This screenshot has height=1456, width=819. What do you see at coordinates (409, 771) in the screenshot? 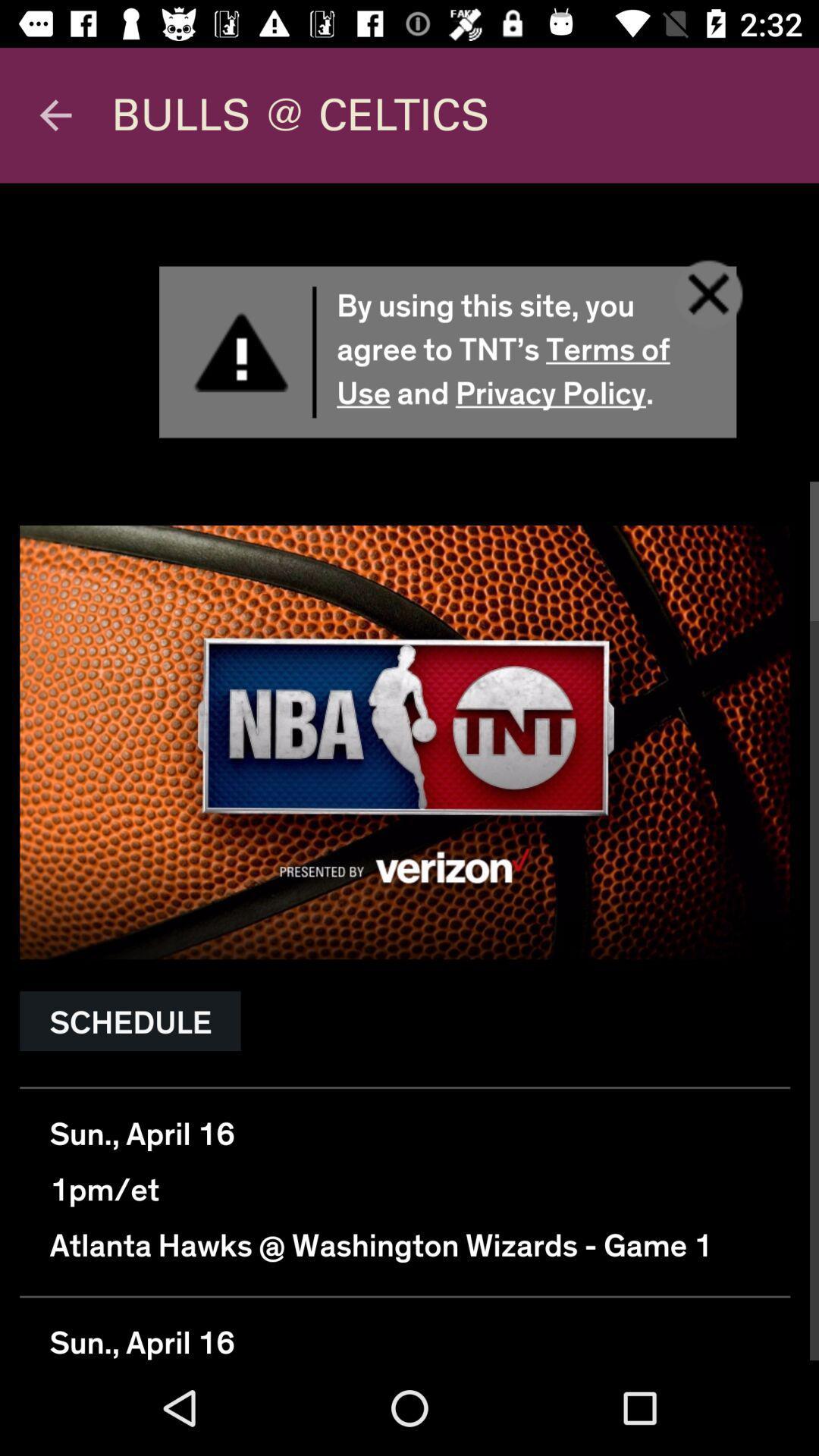
I see `front page` at bounding box center [409, 771].